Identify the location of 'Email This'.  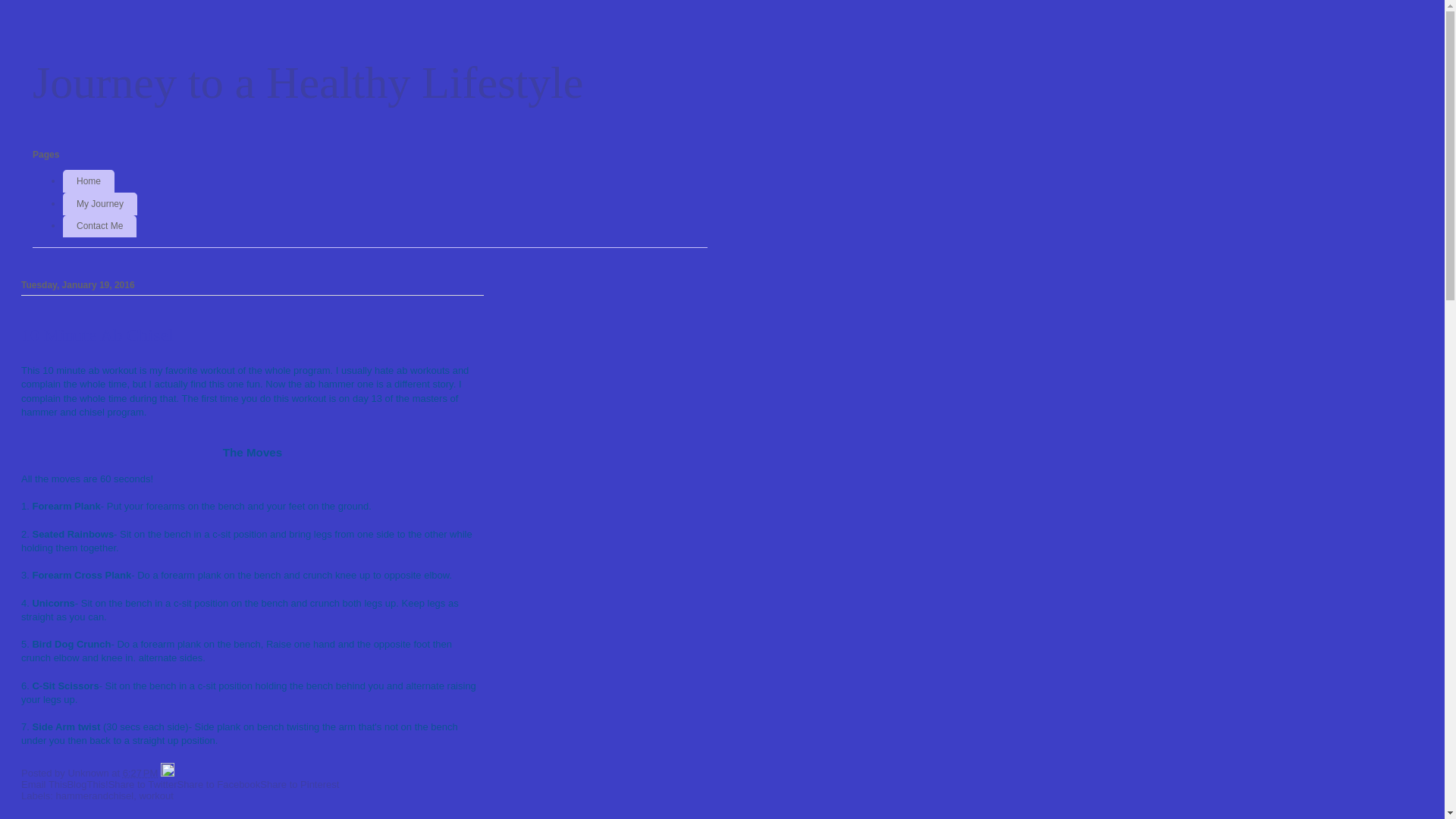
(21, 784).